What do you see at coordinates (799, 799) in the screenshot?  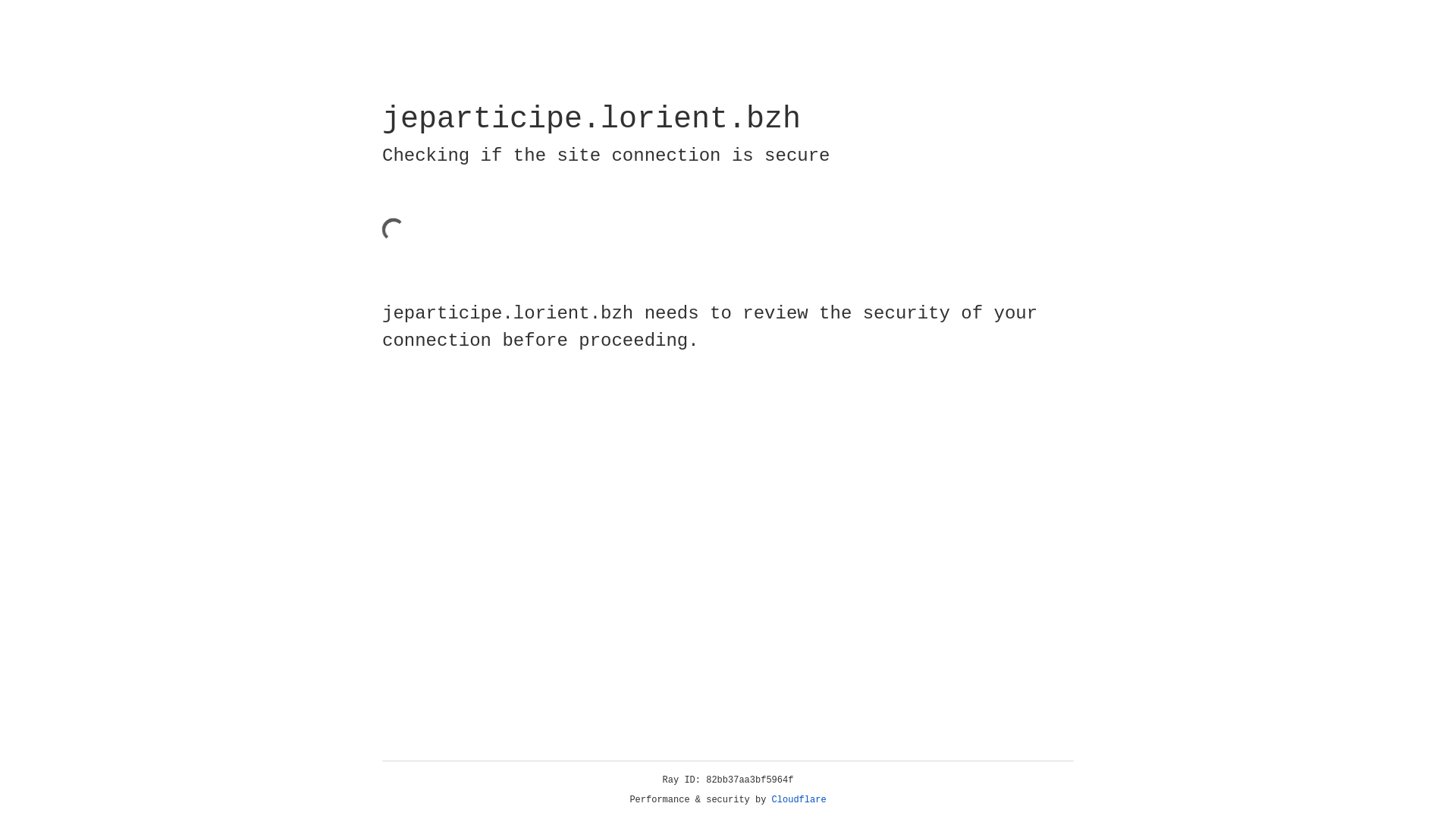 I see `'Cloudflare'` at bounding box center [799, 799].